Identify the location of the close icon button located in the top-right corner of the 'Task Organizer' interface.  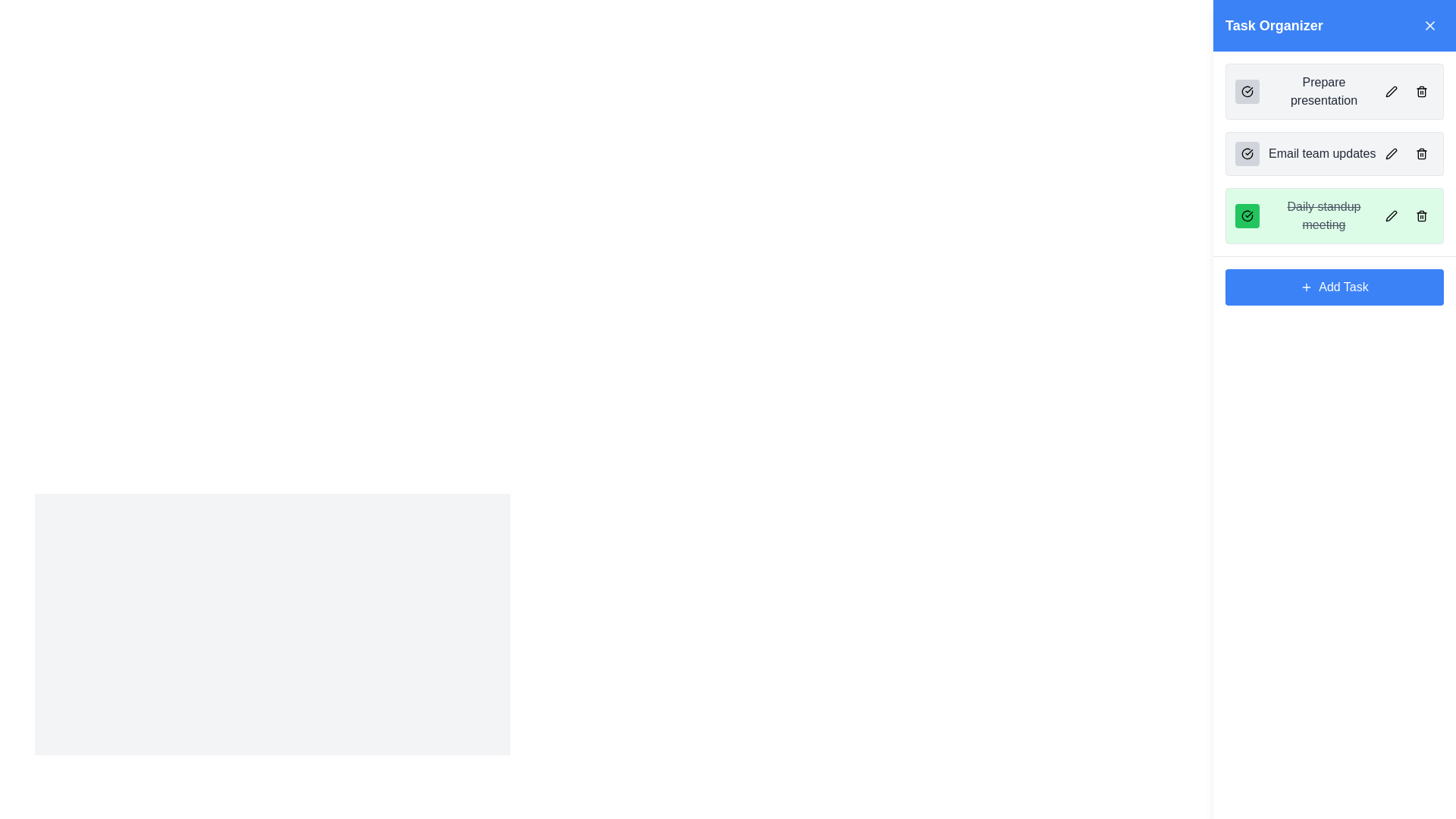
(1429, 26).